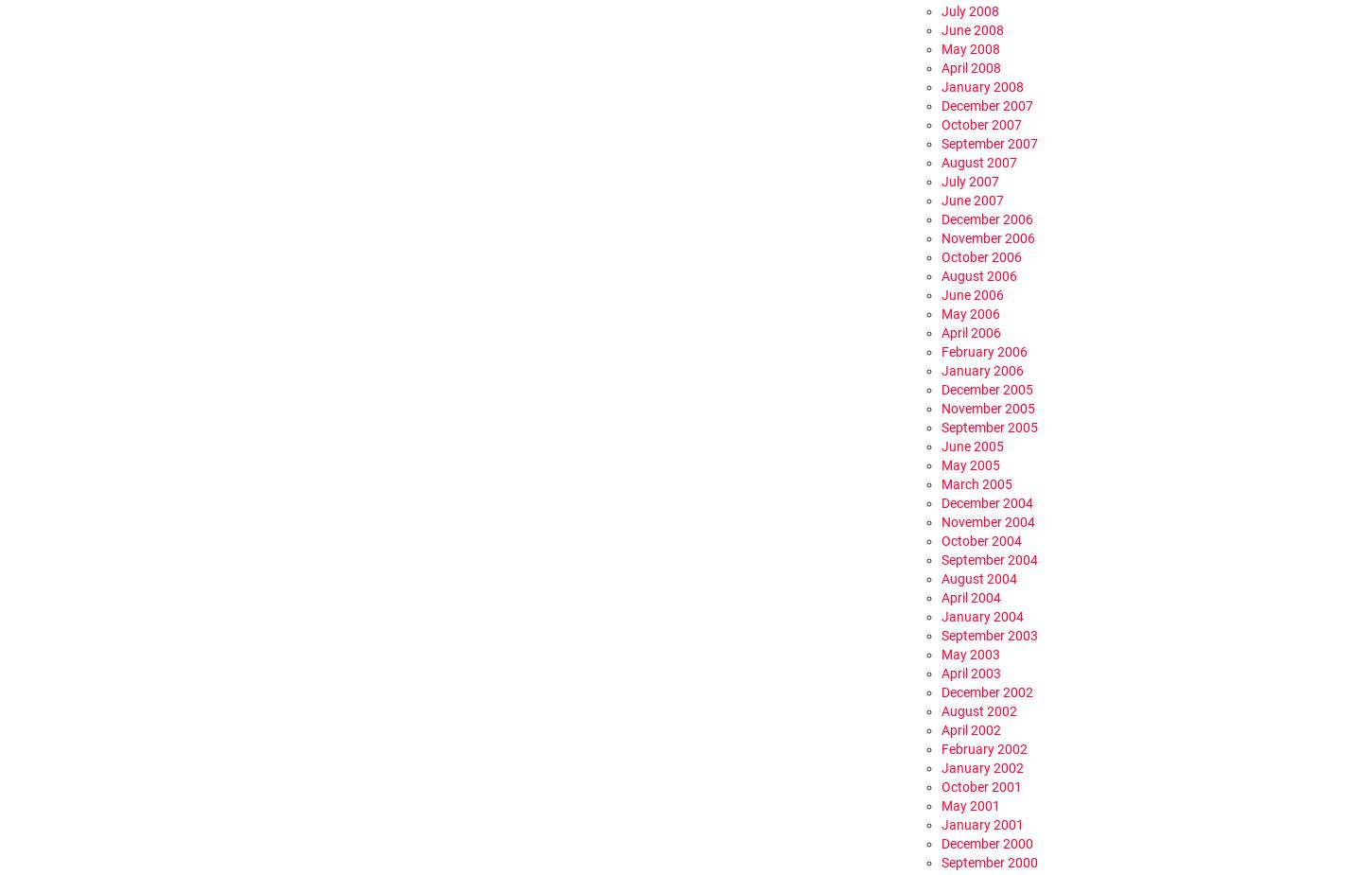  I want to click on 'April 2008', so click(971, 66).